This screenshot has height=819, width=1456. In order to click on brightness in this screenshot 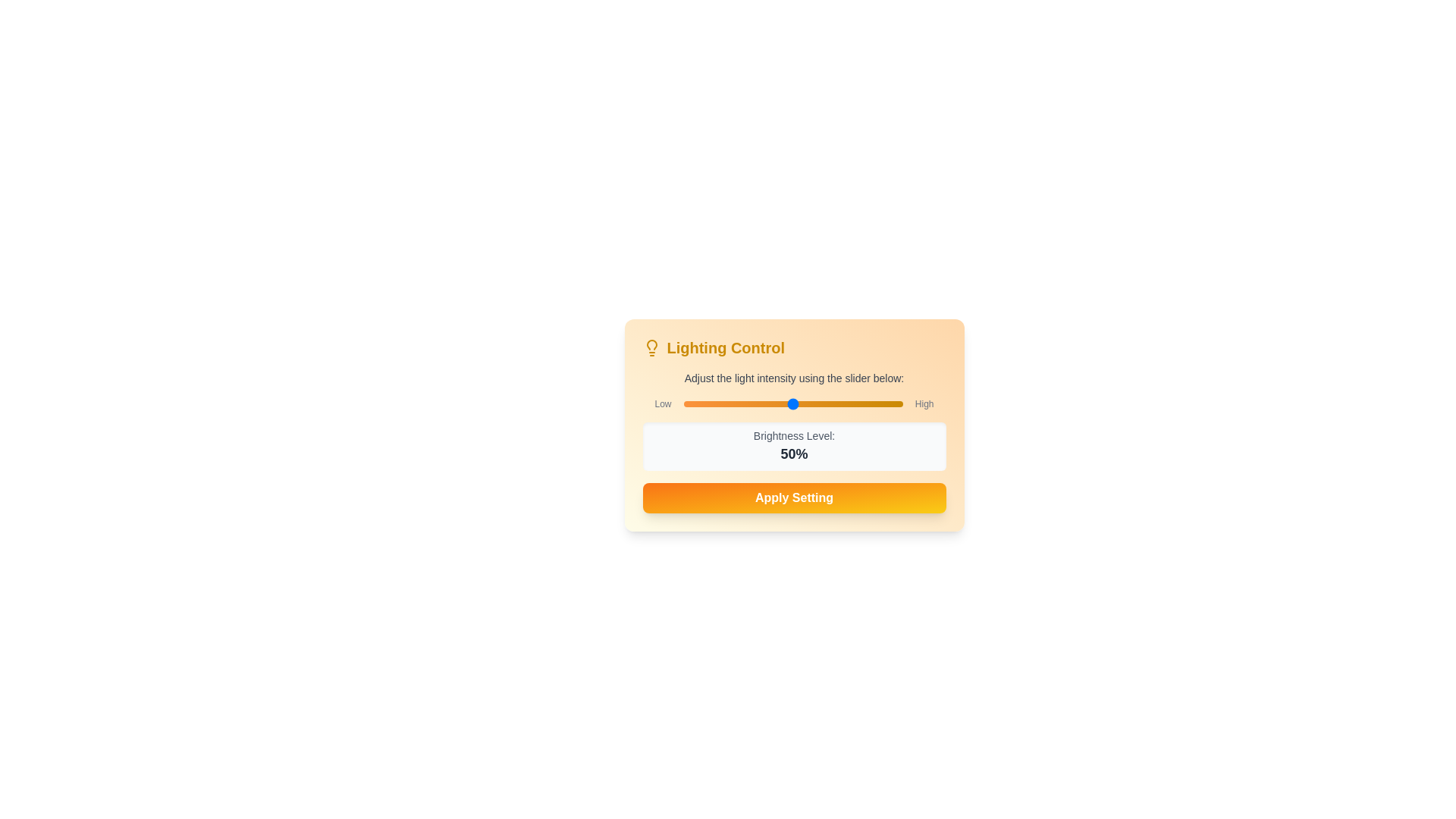, I will do `click(838, 403)`.